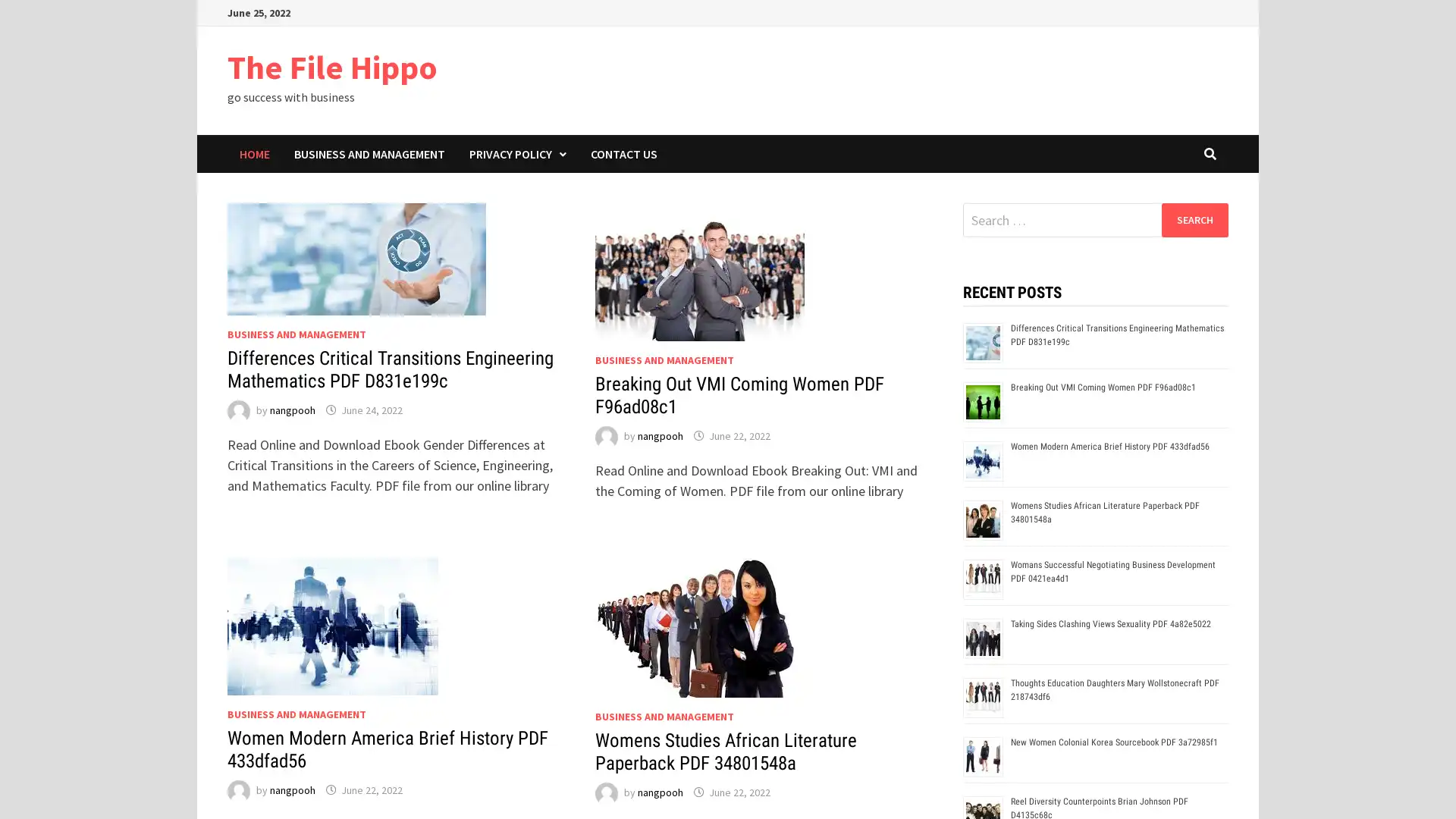 Image resolution: width=1456 pixels, height=819 pixels. Describe the element at coordinates (1194, 219) in the screenshot. I see `Search` at that location.